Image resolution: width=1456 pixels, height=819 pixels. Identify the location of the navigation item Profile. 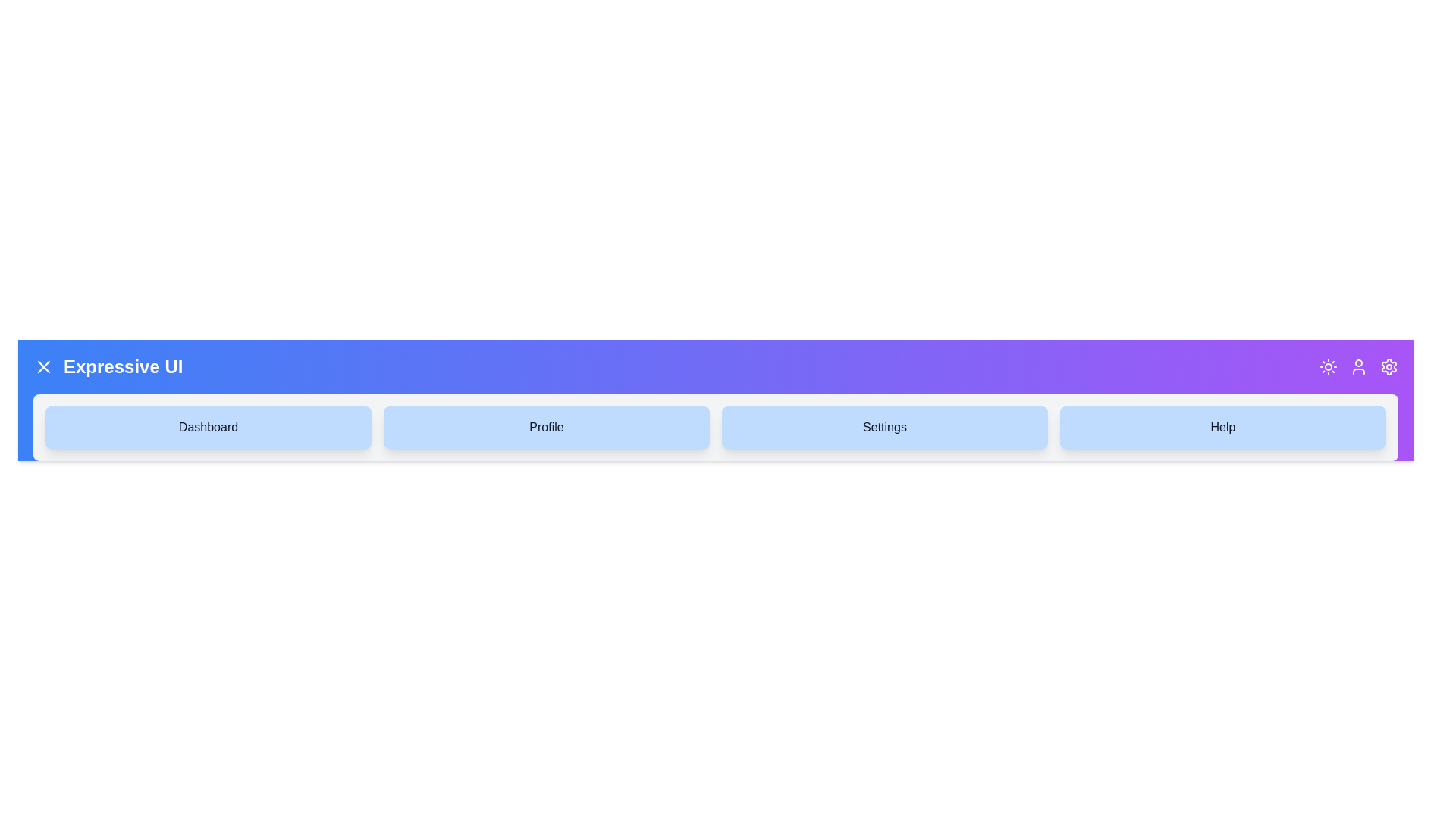
(546, 427).